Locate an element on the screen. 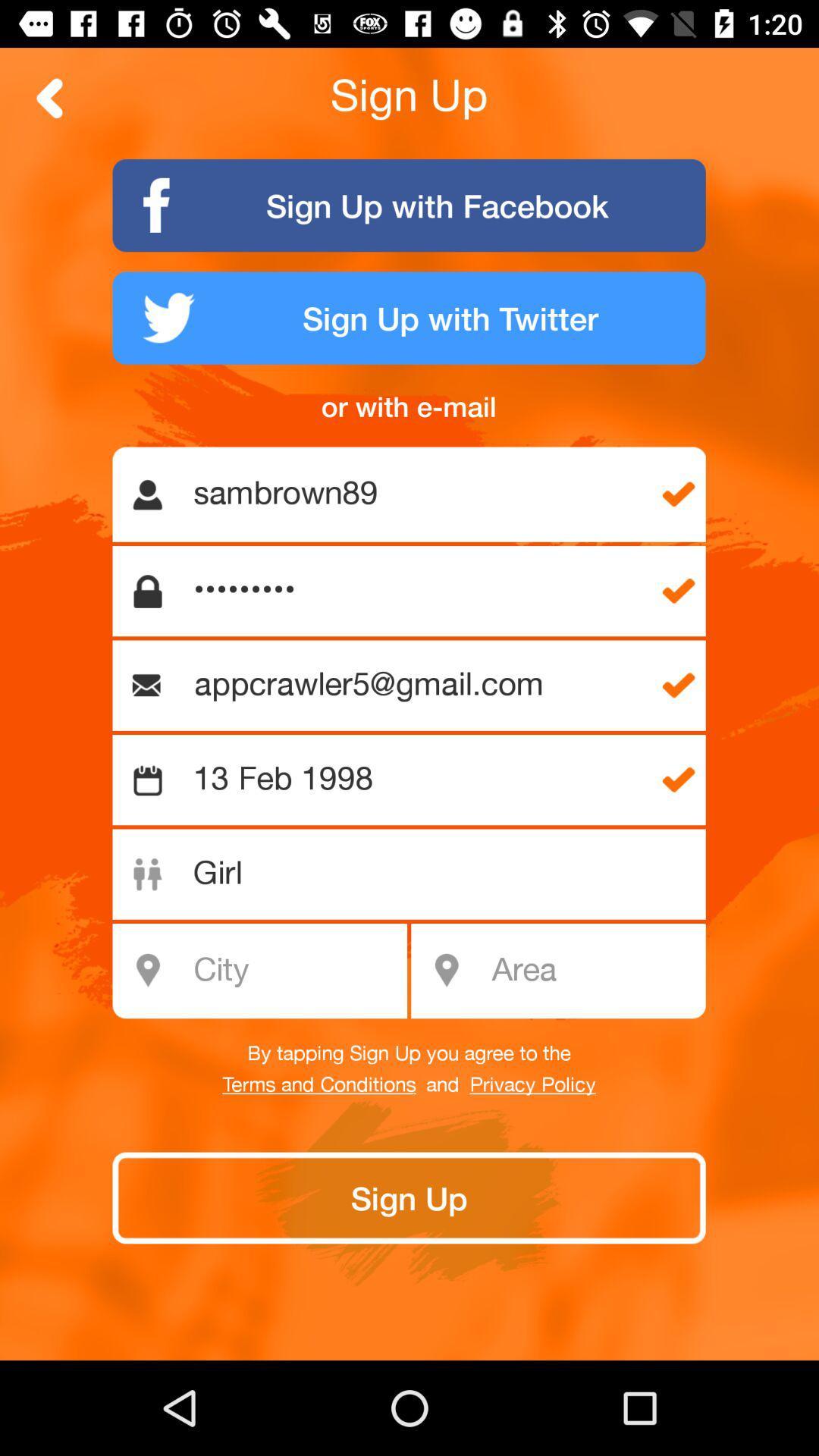  terms and conditions icon is located at coordinates (318, 1084).